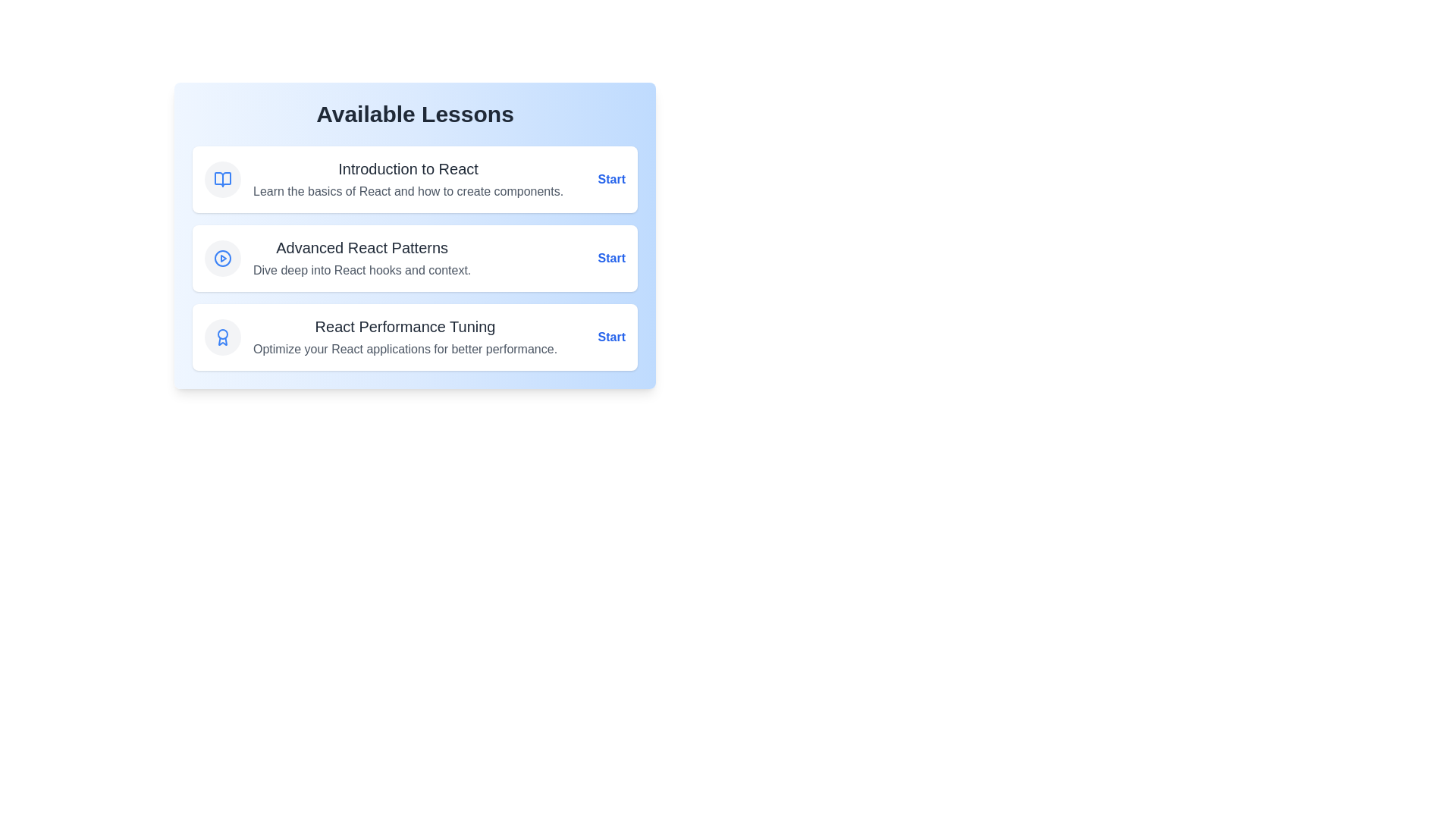 This screenshot has height=819, width=1456. What do you see at coordinates (415, 178) in the screenshot?
I see `the lesson card for 'Introduction to React' to observe the scaling effect` at bounding box center [415, 178].